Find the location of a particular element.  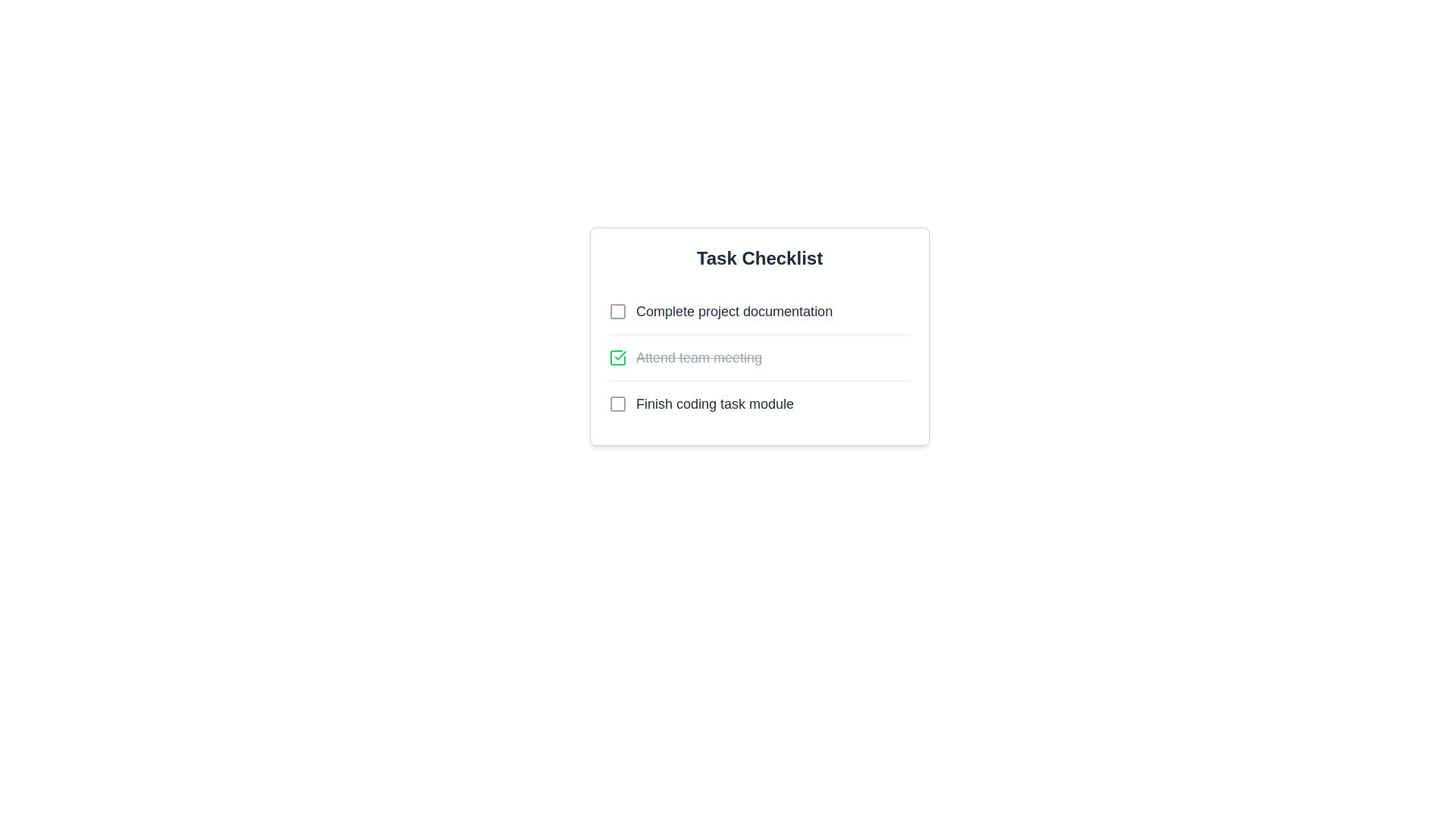

the checkmark icon in the checklist is located at coordinates (620, 356).